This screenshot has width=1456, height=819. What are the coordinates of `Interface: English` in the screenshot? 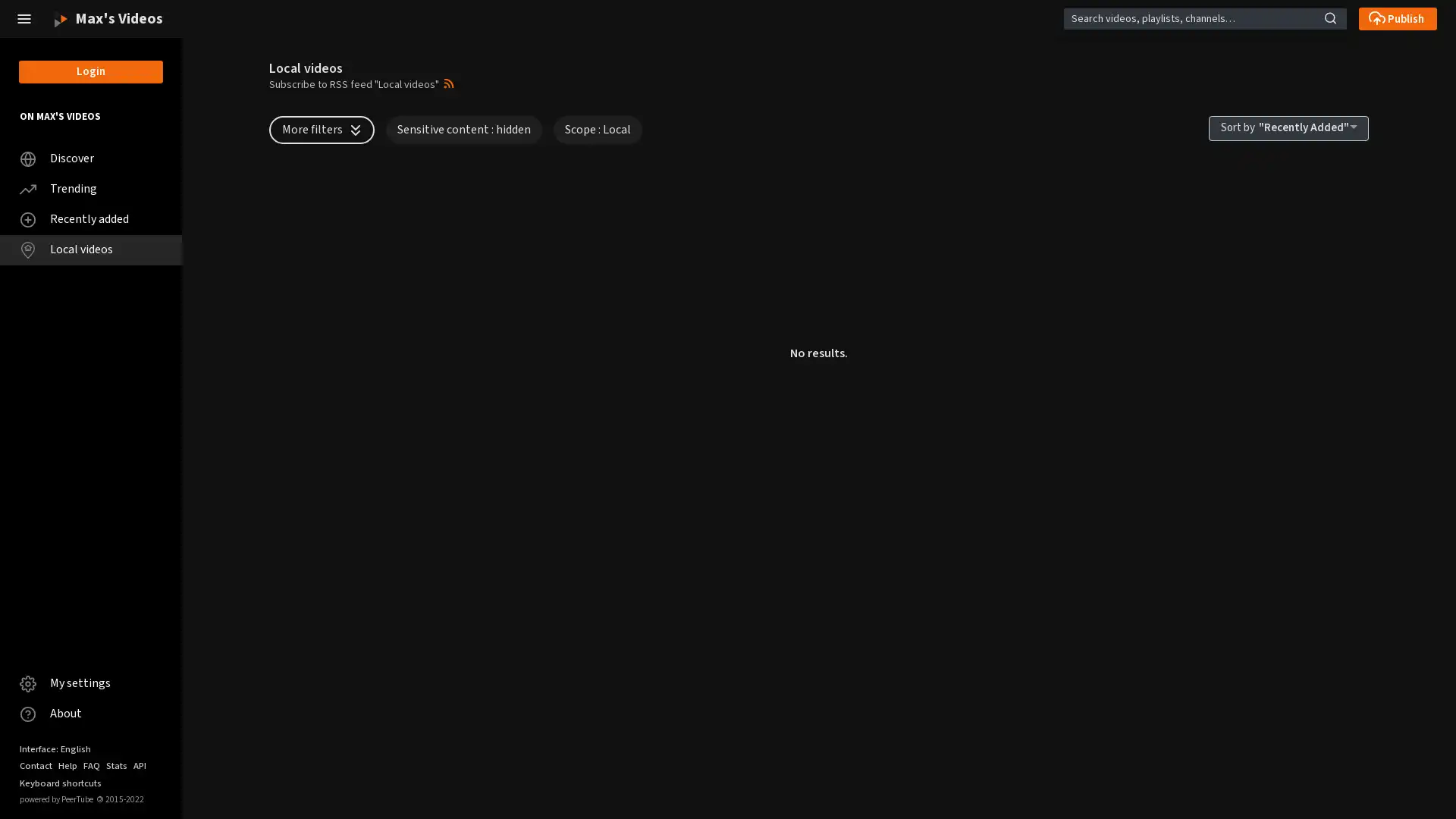 It's located at (55, 748).